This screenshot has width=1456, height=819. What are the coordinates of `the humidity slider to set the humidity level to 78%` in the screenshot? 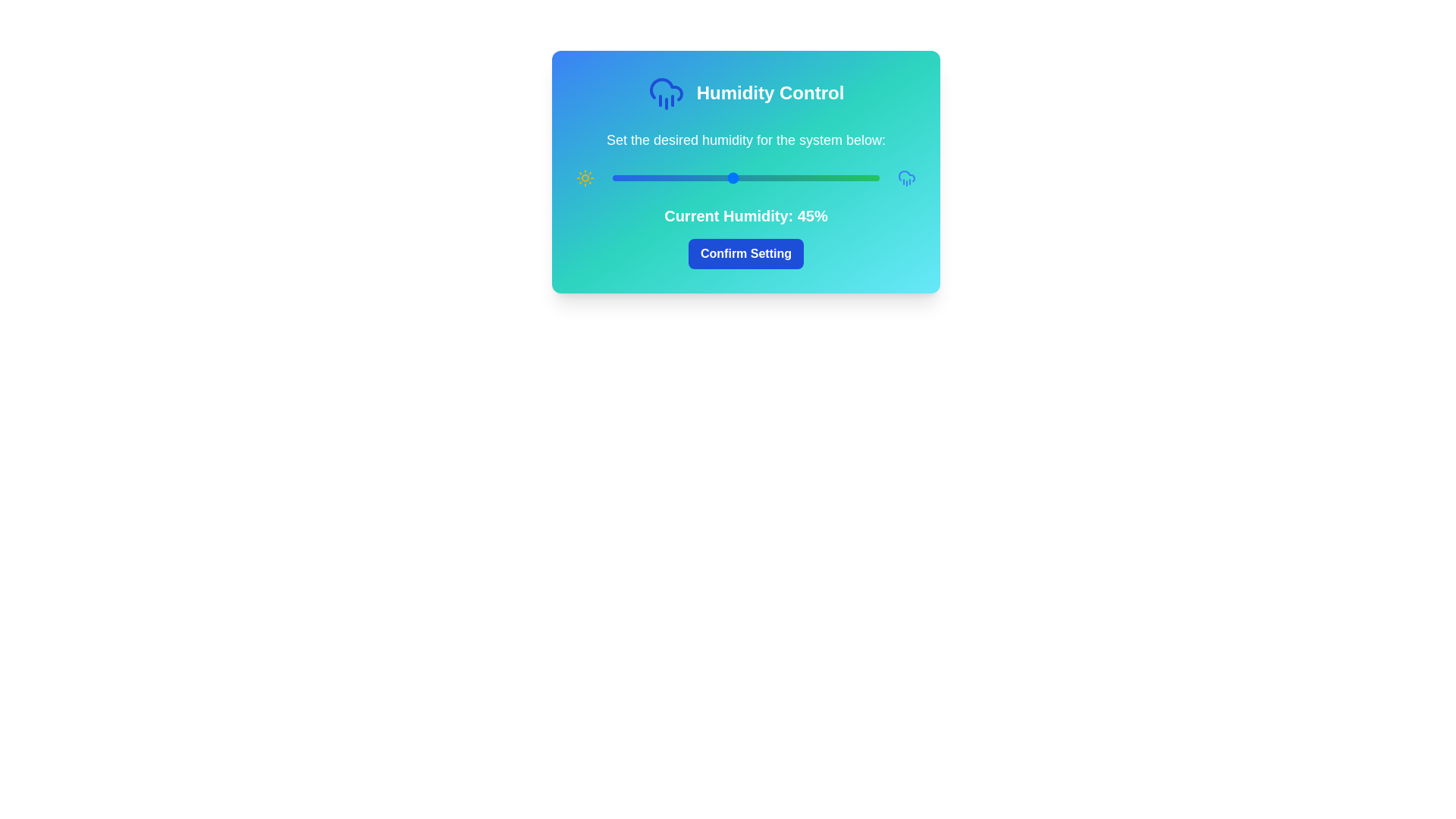 It's located at (820, 177).